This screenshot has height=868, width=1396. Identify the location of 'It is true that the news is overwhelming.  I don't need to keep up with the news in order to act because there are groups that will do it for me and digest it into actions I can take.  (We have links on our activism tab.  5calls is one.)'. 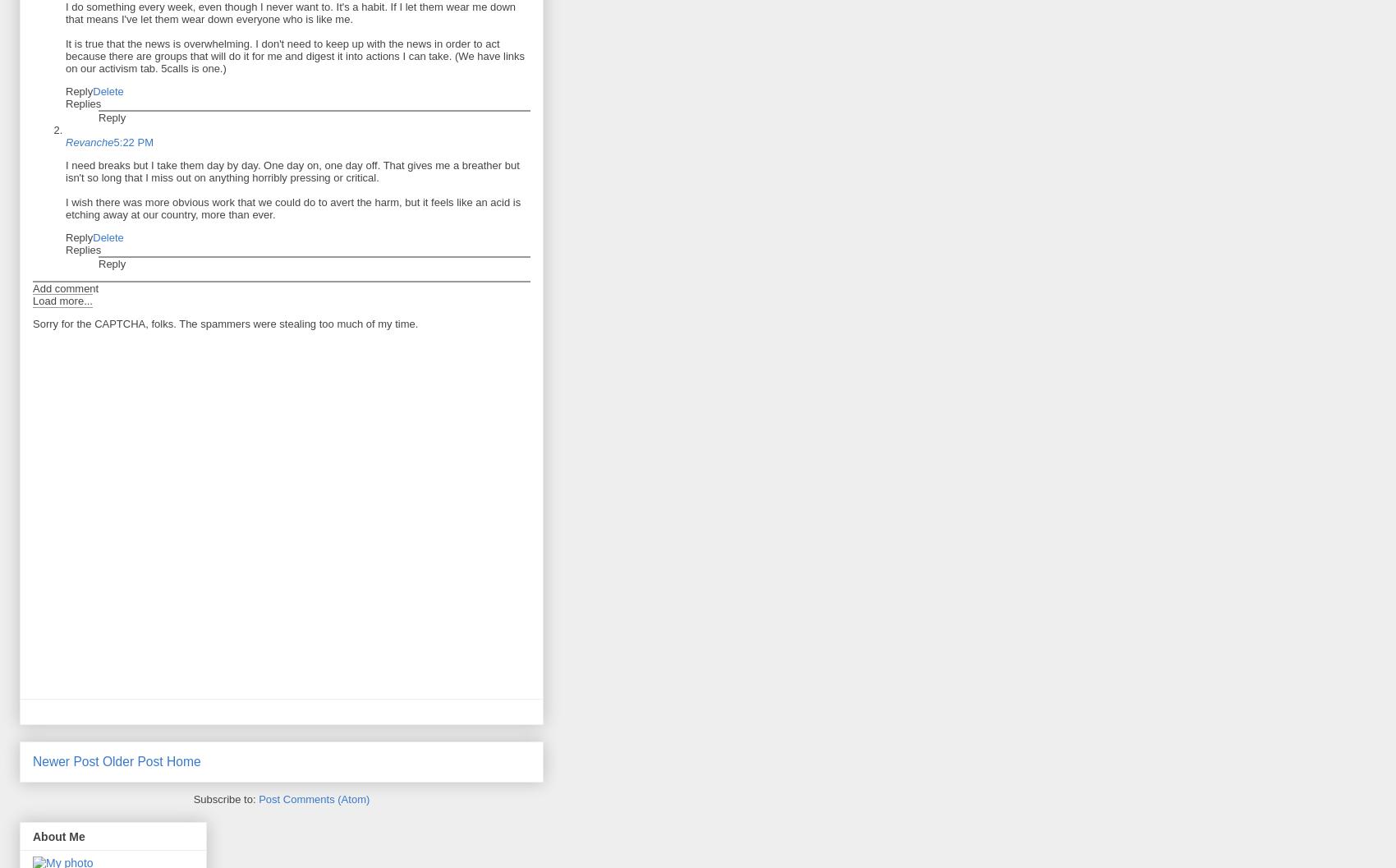
(294, 56).